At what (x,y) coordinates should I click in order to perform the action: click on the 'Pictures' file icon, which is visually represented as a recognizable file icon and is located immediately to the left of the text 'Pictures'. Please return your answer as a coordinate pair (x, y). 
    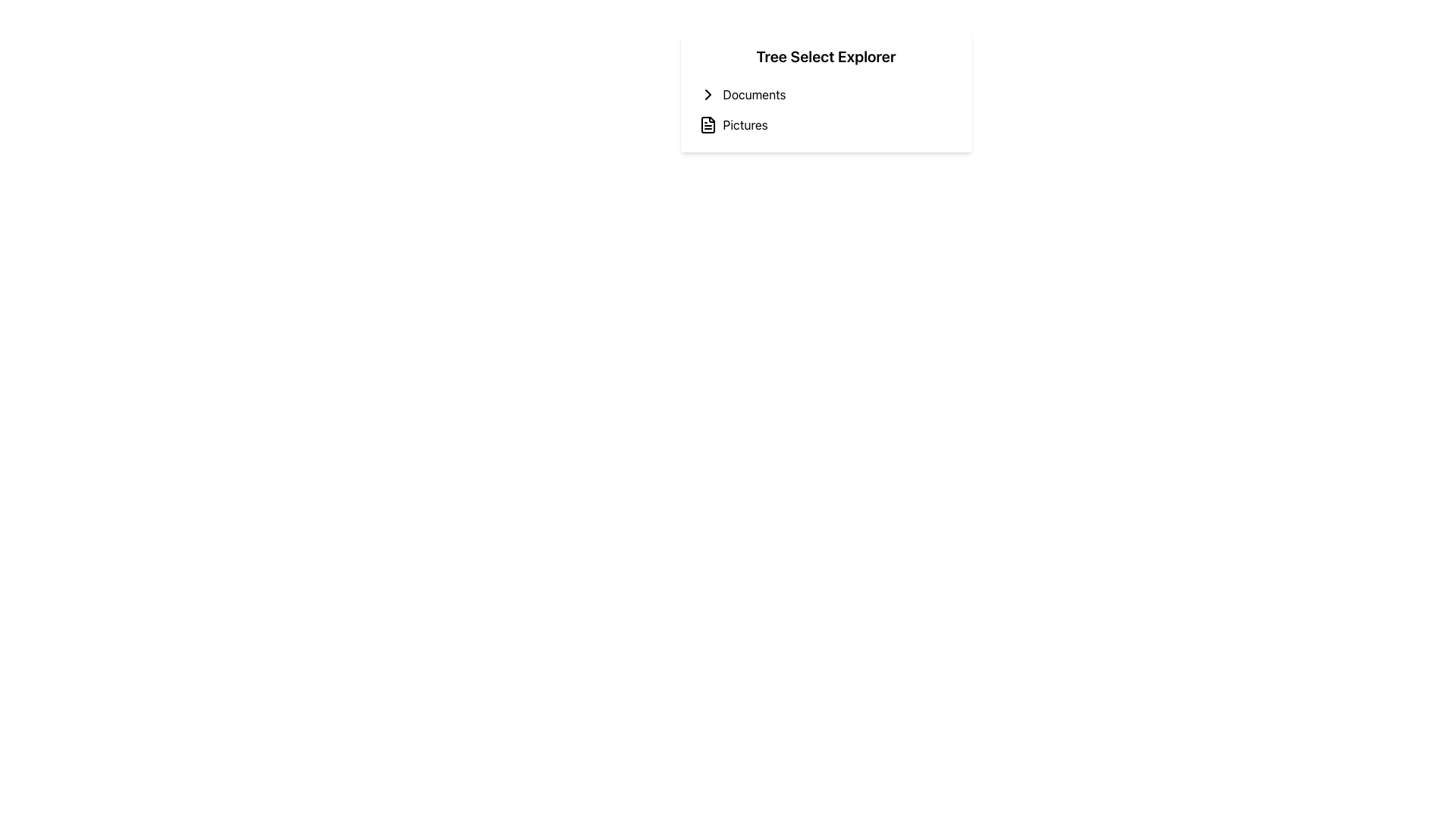
    Looking at the image, I should click on (707, 124).